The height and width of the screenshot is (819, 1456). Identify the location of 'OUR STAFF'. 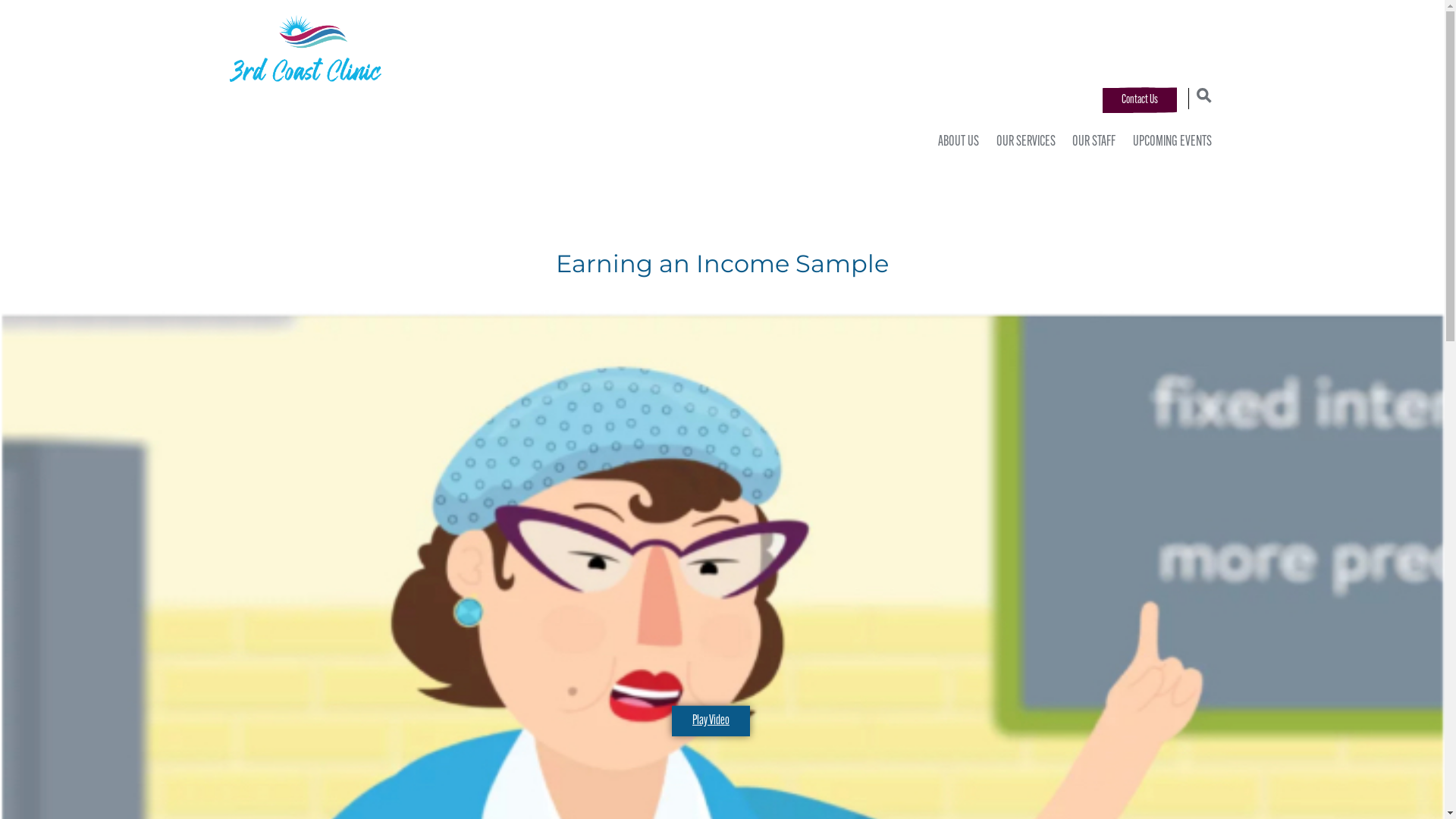
(1090, 143).